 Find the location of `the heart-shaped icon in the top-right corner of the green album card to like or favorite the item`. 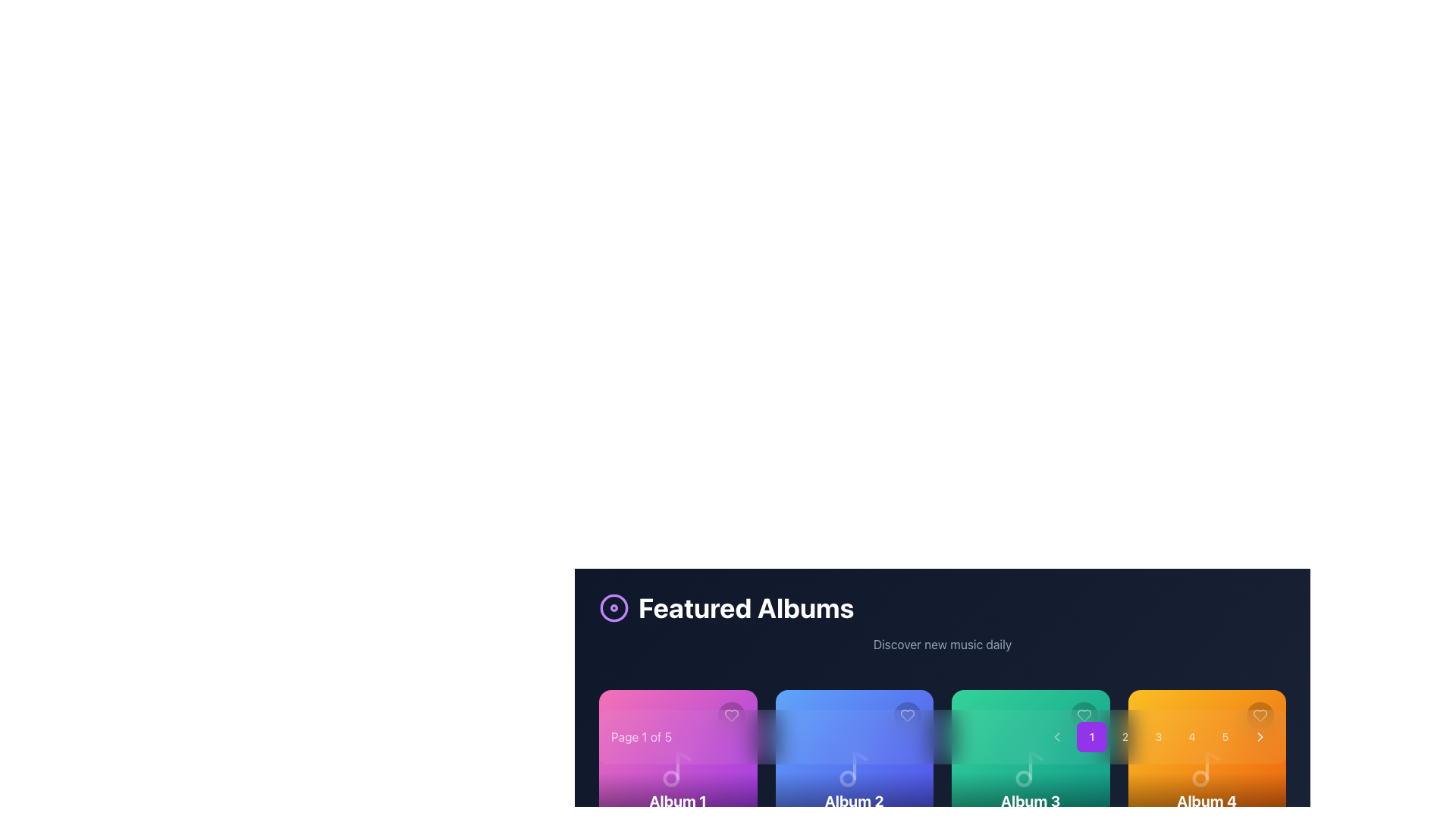

the heart-shaped icon in the top-right corner of the green album card to like or favorite the item is located at coordinates (1083, 716).